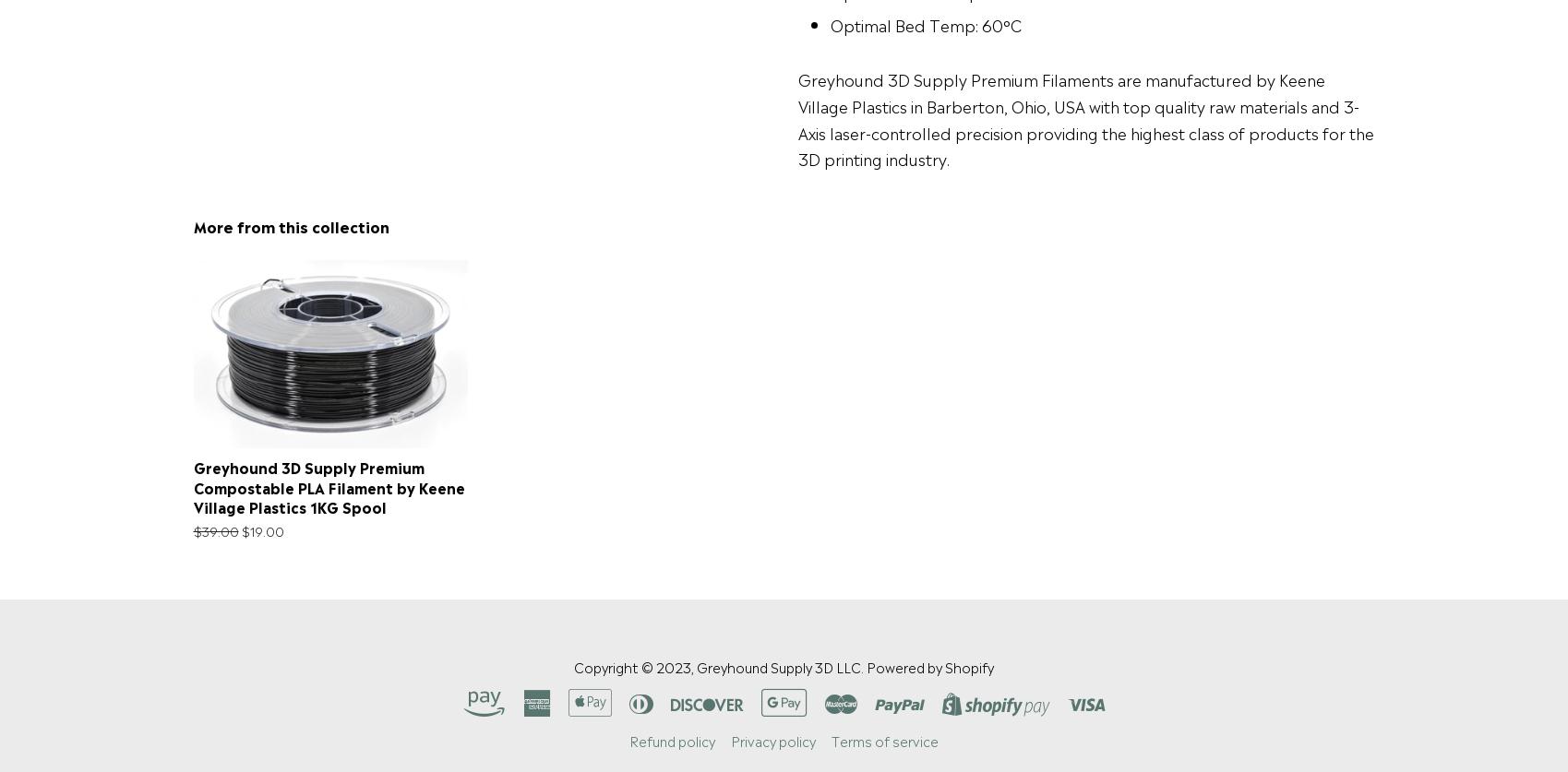  I want to click on 'Terms of service', so click(884, 739).